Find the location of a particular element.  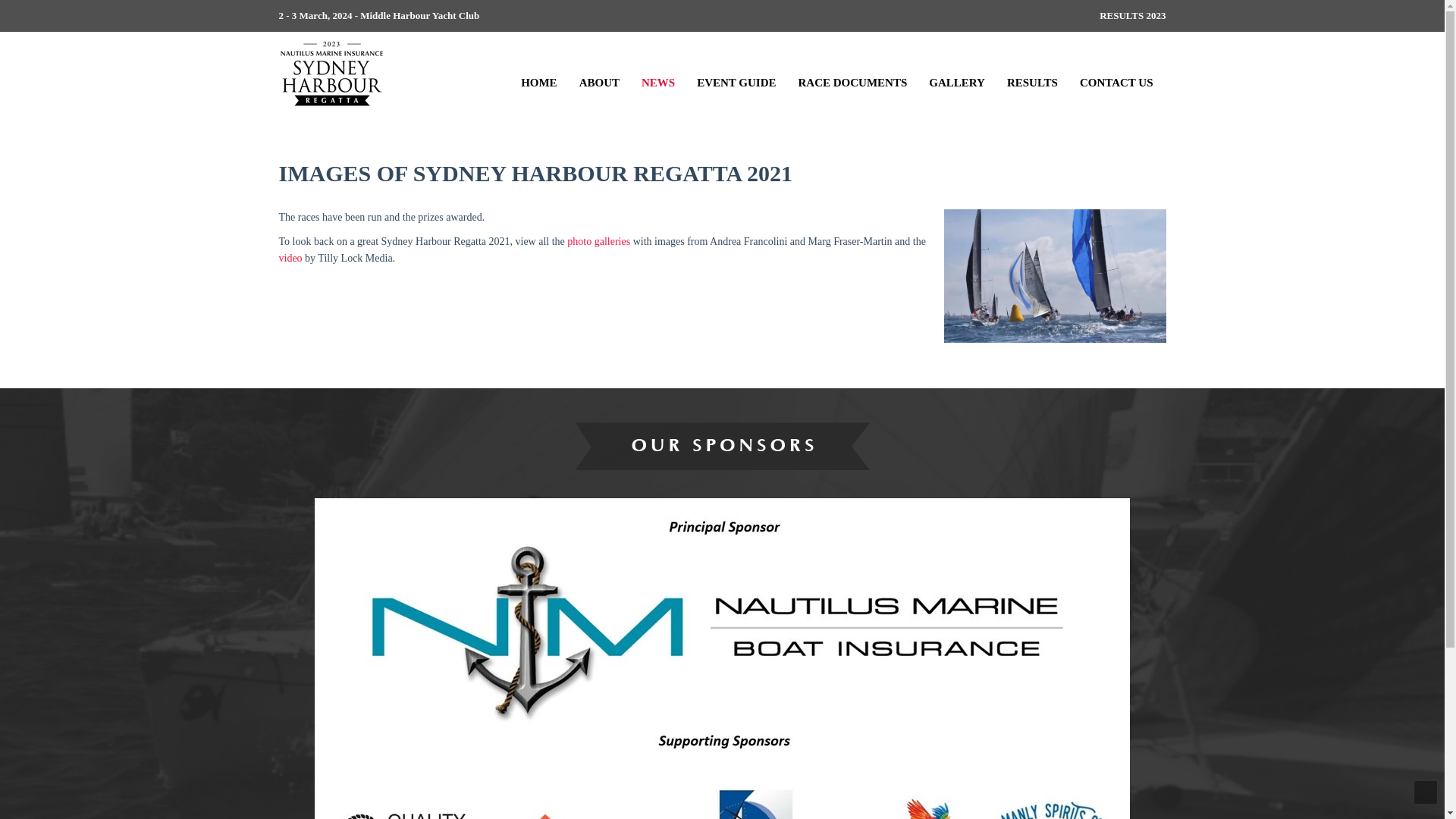

'video' is located at coordinates (290, 257).